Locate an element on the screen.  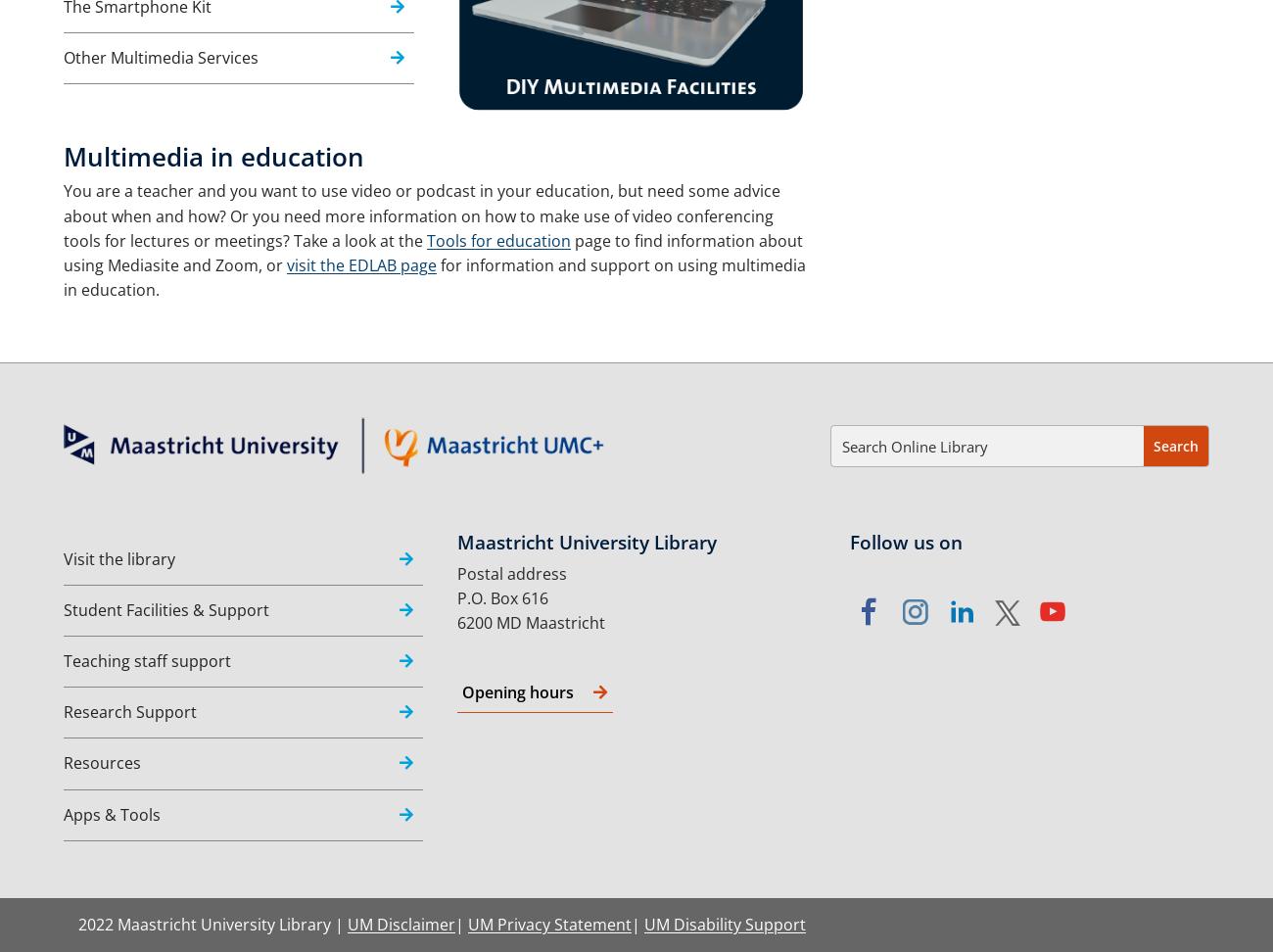
'Follow us on' is located at coordinates (906, 540).